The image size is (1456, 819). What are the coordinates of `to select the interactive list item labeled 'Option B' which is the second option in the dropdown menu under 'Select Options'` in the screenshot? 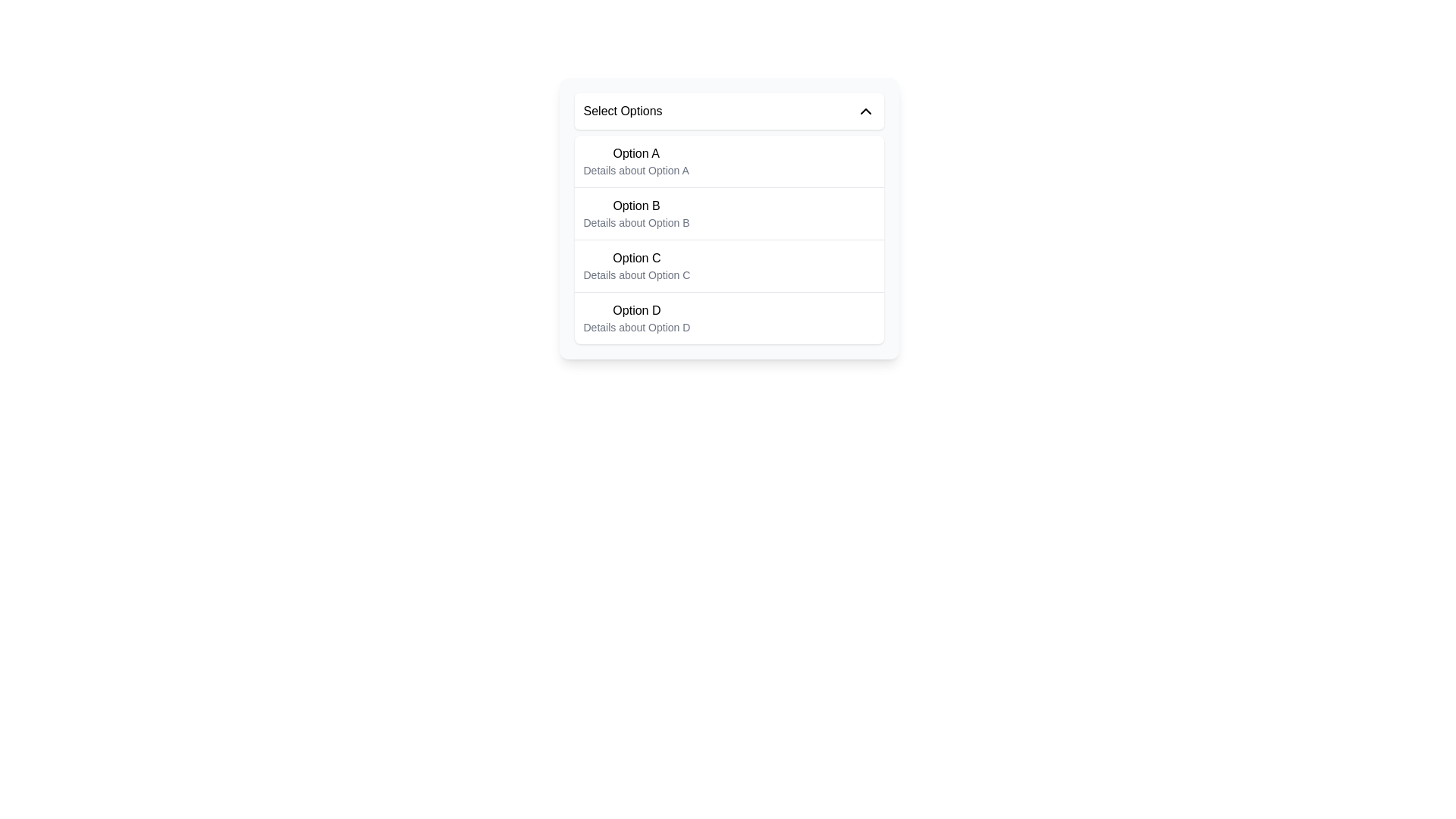 It's located at (636, 213).